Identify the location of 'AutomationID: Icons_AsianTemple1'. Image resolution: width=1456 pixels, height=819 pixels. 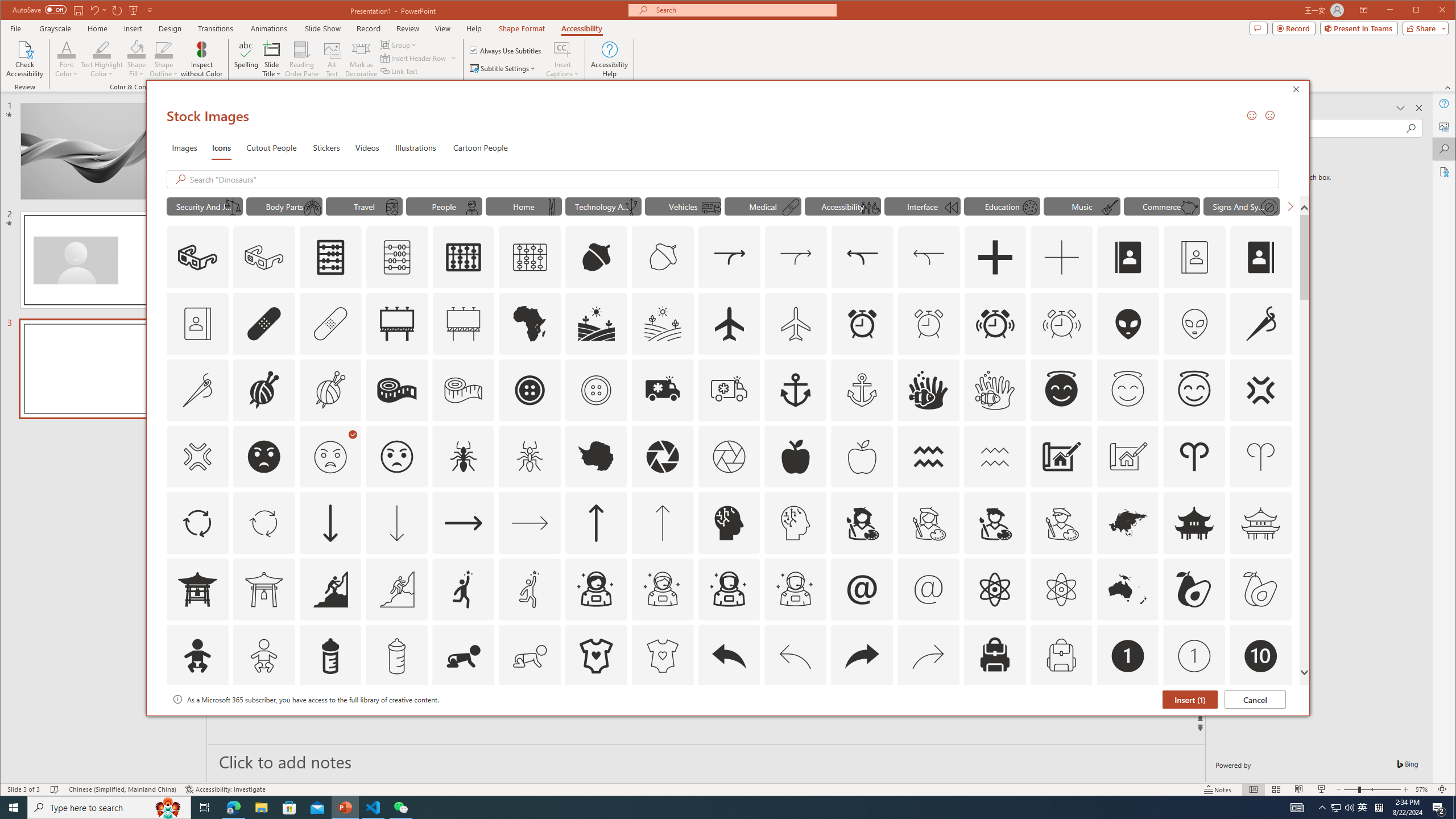
(197, 589).